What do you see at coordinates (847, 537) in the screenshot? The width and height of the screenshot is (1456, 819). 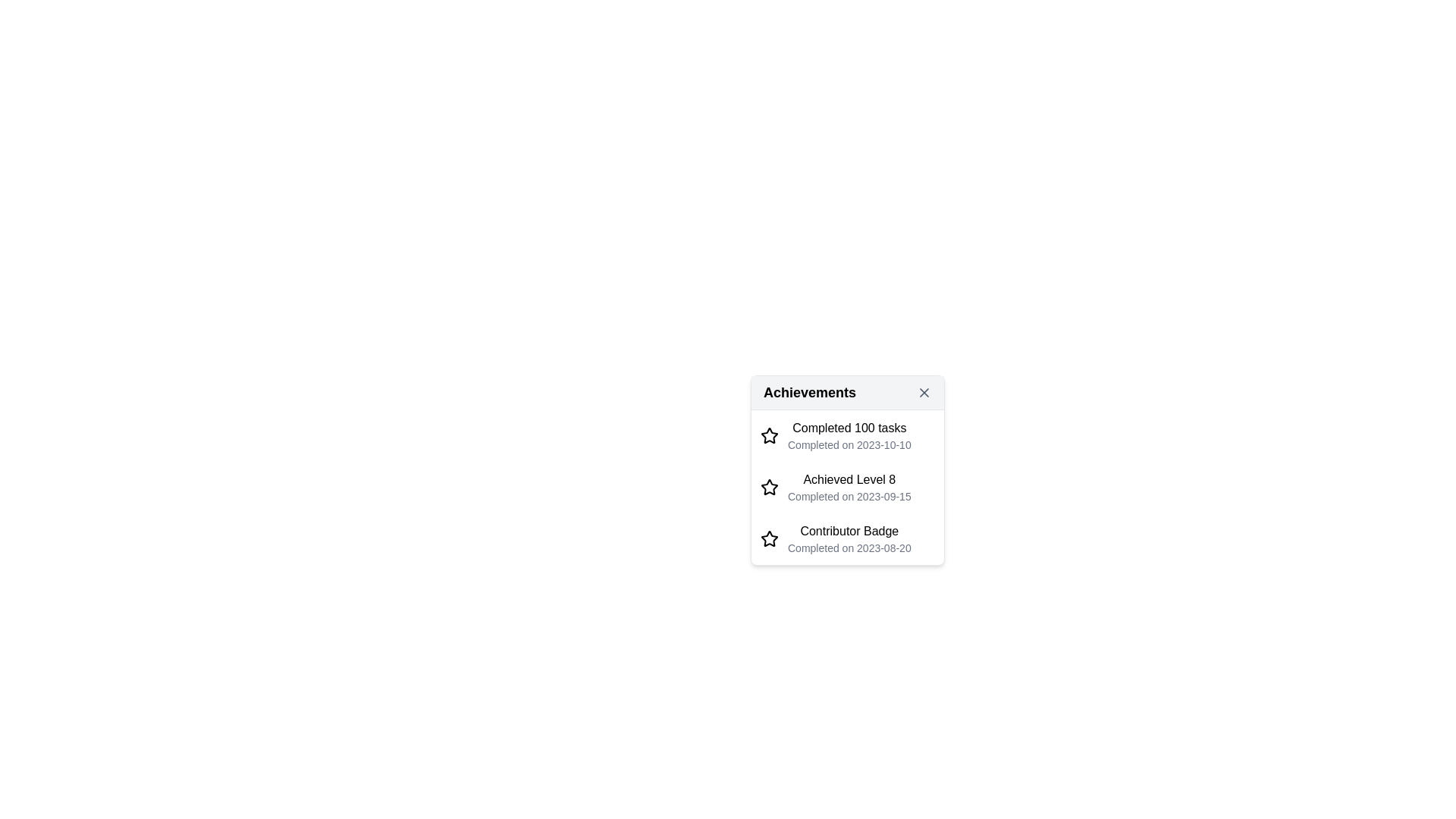 I see `the third item in the achievements section, which displays a star icon and the text 'Contributor Badge' with a date below it` at bounding box center [847, 537].